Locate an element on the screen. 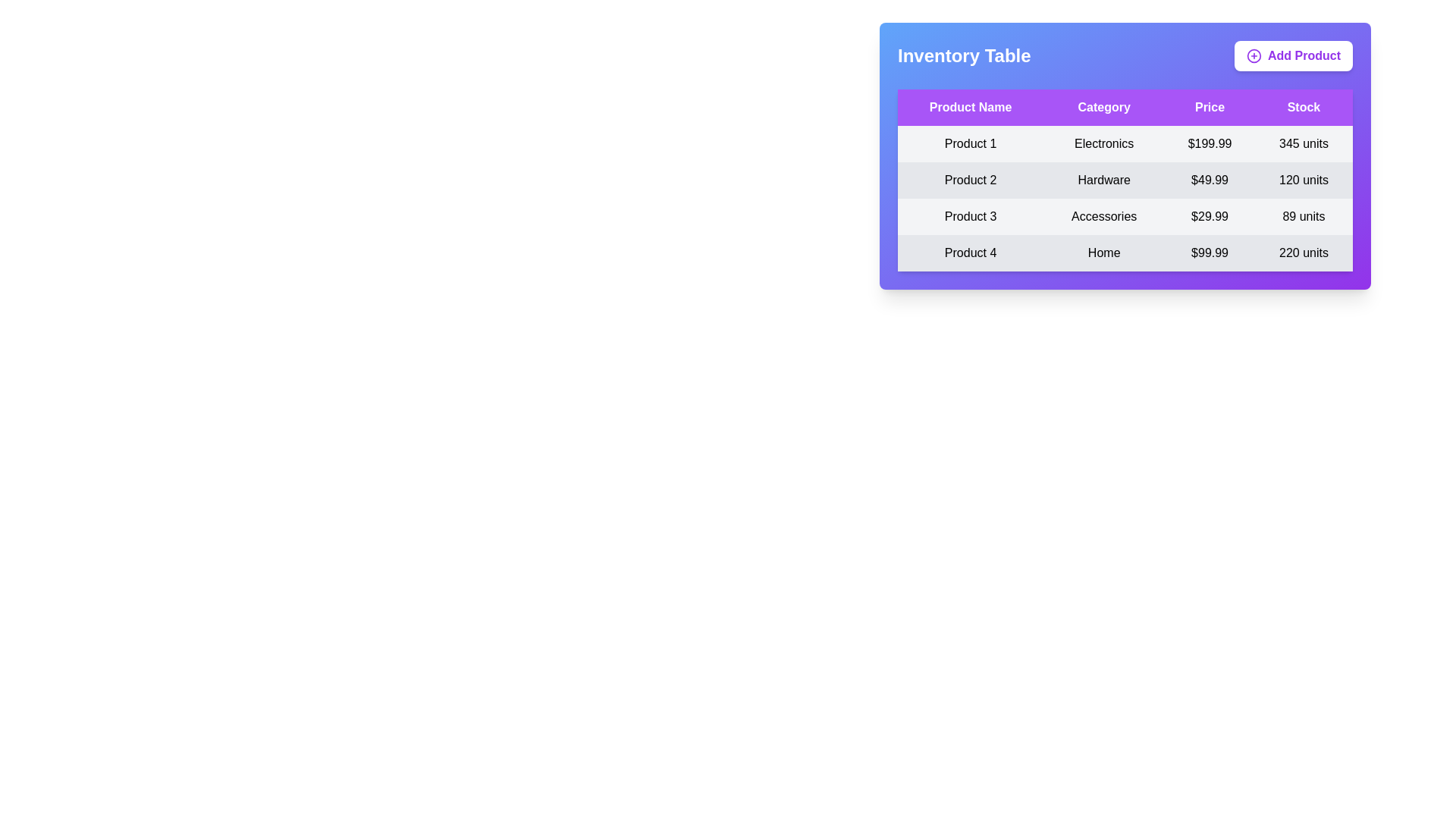 The height and width of the screenshot is (819, 1456). the row corresponding to Product 2 is located at coordinates (1125, 180).